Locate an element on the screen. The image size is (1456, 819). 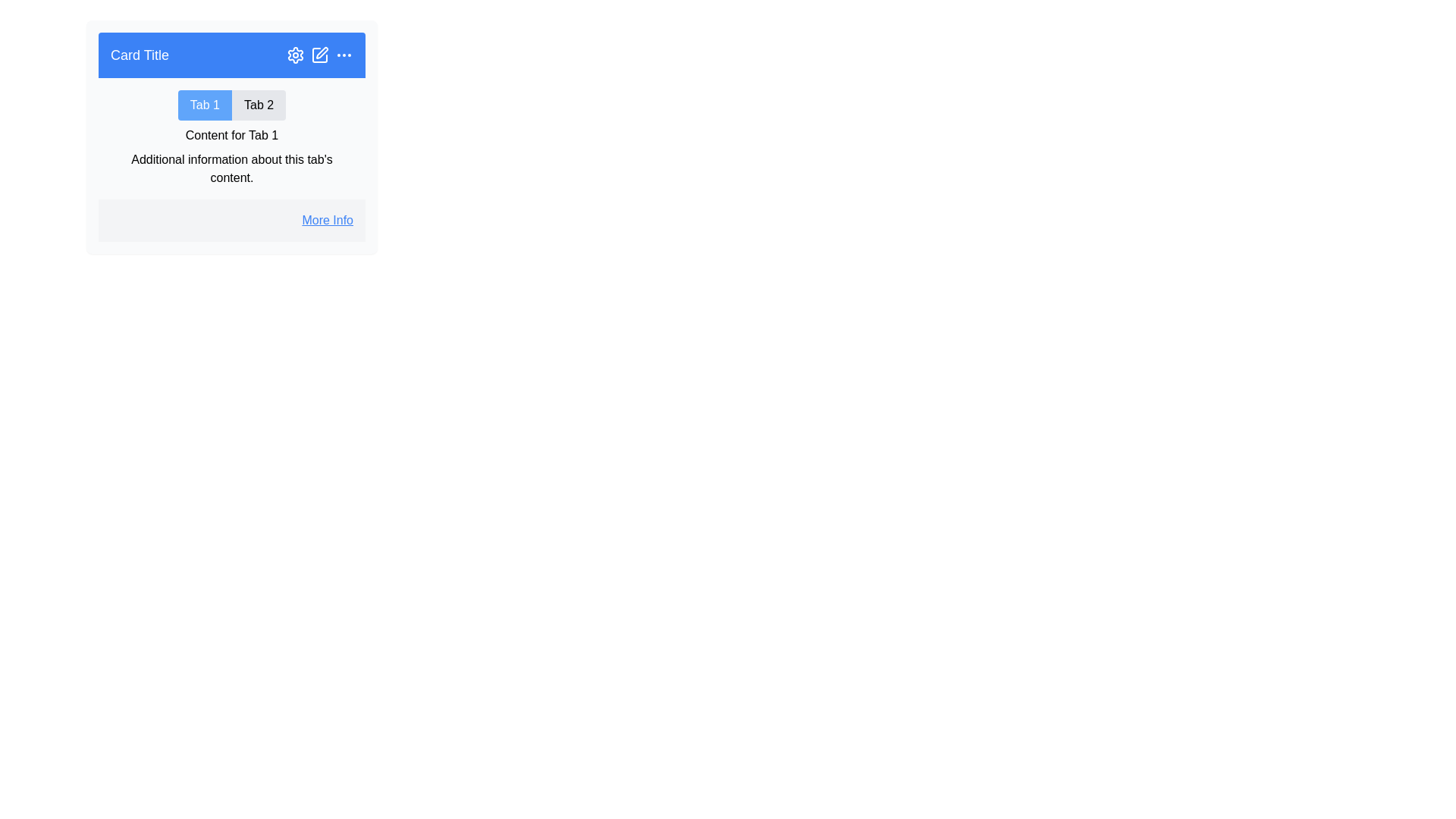
the editing icon located in the top-right corner of the card header labeled 'Card Title' is located at coordinates (319, 55).